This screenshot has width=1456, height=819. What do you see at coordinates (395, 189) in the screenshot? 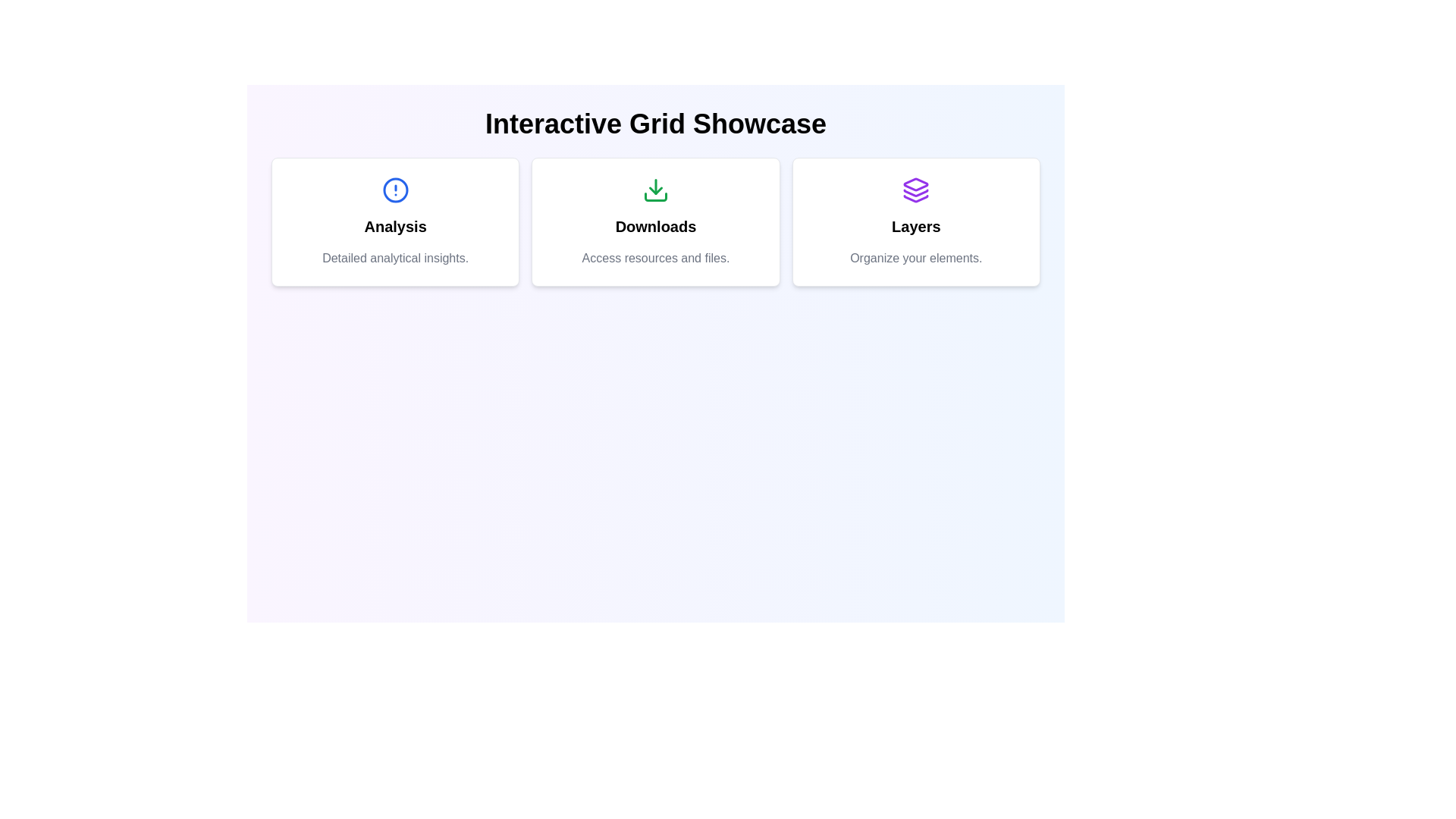
I see `the circular icon with a blue outline and an exclamation mark in the center, located at the top center of the 'Analysis' card` at bounding box center [395, 189].